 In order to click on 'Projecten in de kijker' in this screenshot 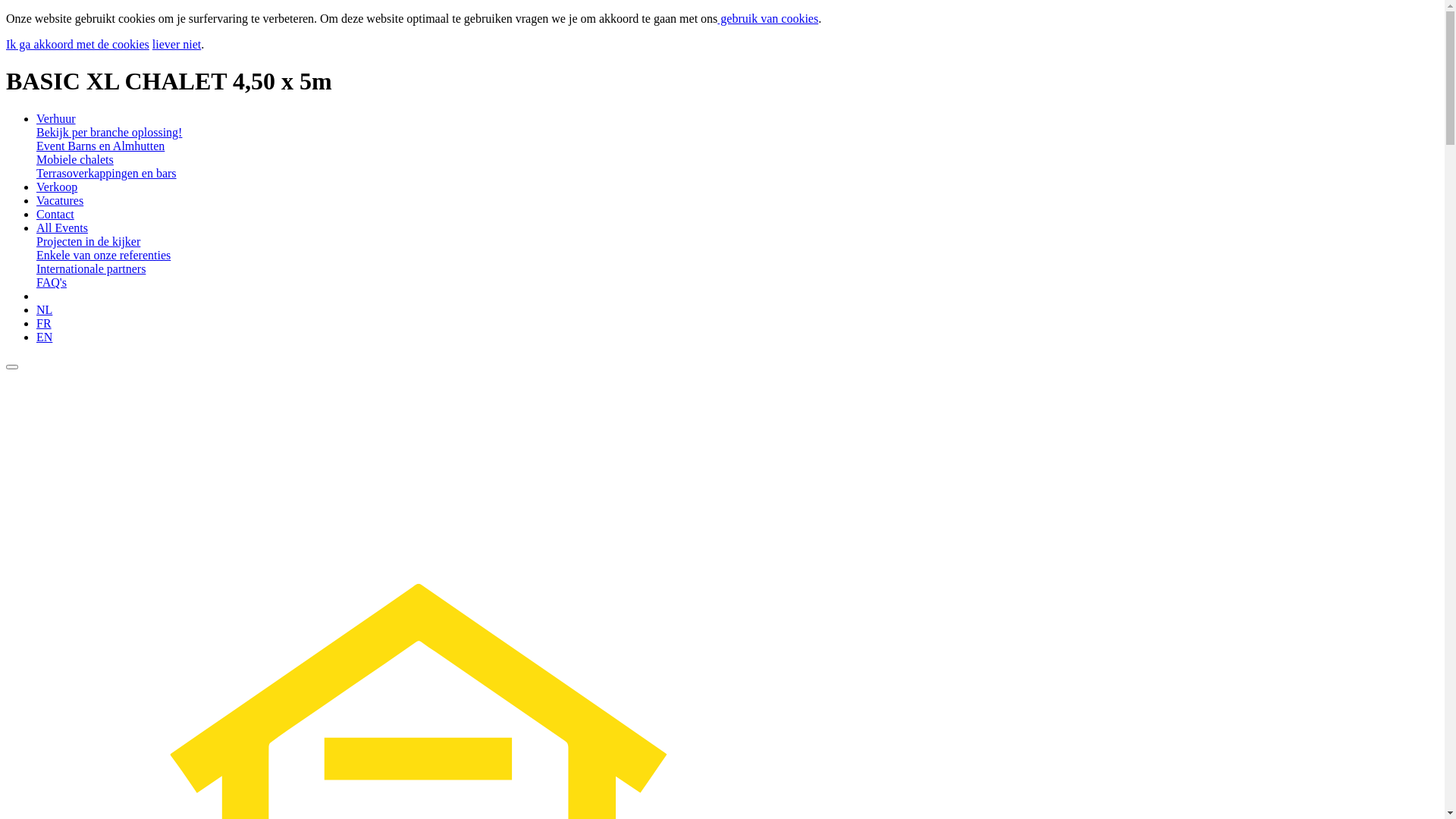, I will do `click(87, 240)`.